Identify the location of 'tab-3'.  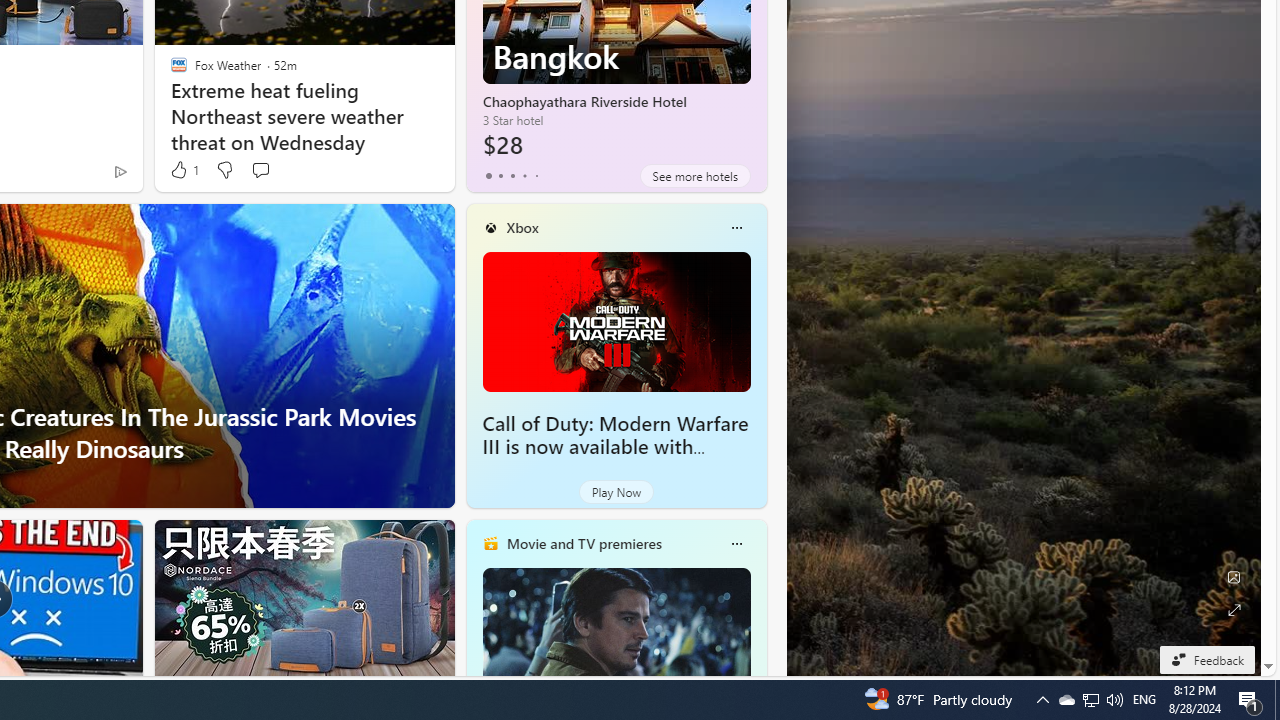
(524, 175).